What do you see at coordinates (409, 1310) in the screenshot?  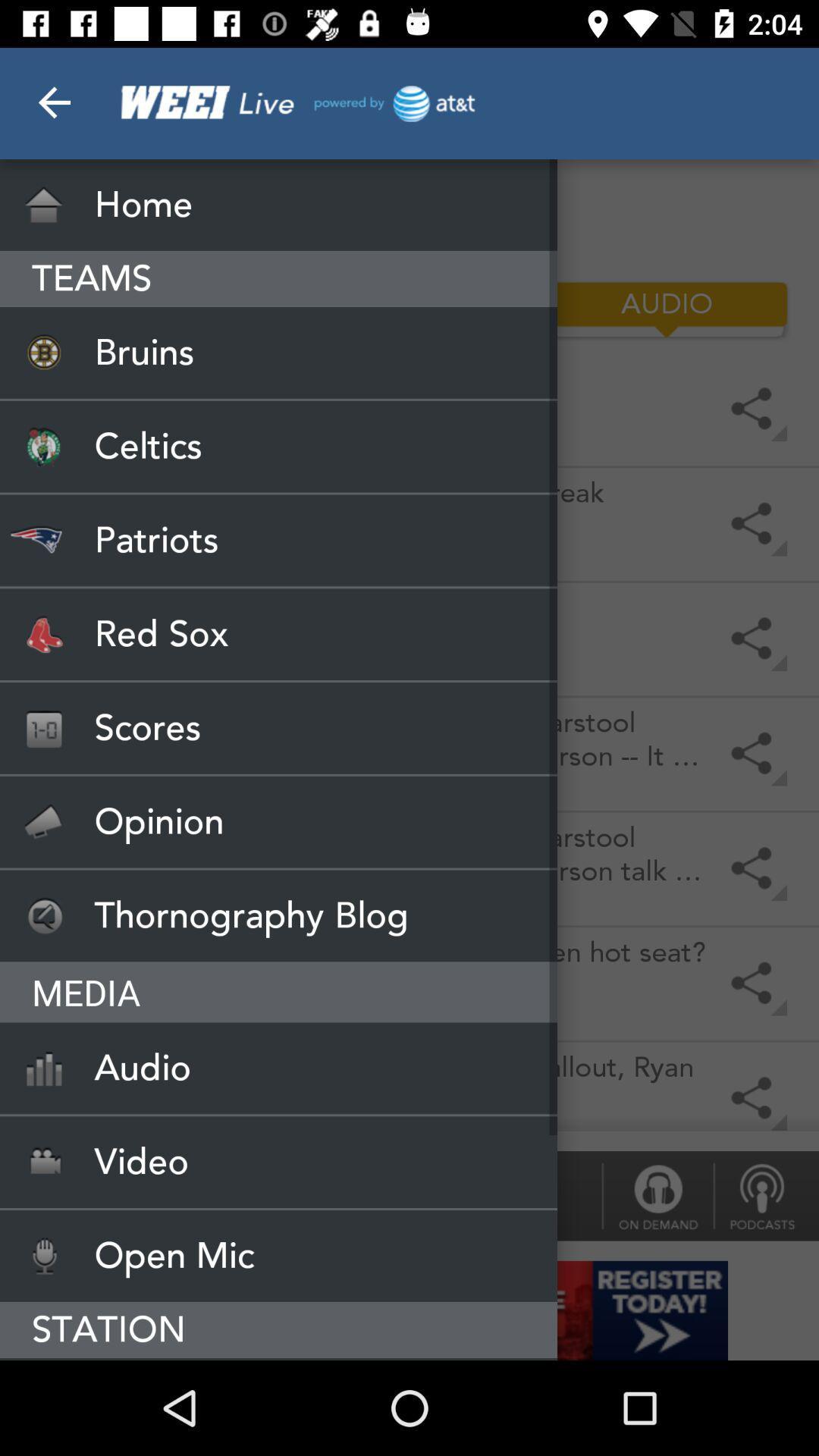 I see `register` at bounding box center [409, 1310].